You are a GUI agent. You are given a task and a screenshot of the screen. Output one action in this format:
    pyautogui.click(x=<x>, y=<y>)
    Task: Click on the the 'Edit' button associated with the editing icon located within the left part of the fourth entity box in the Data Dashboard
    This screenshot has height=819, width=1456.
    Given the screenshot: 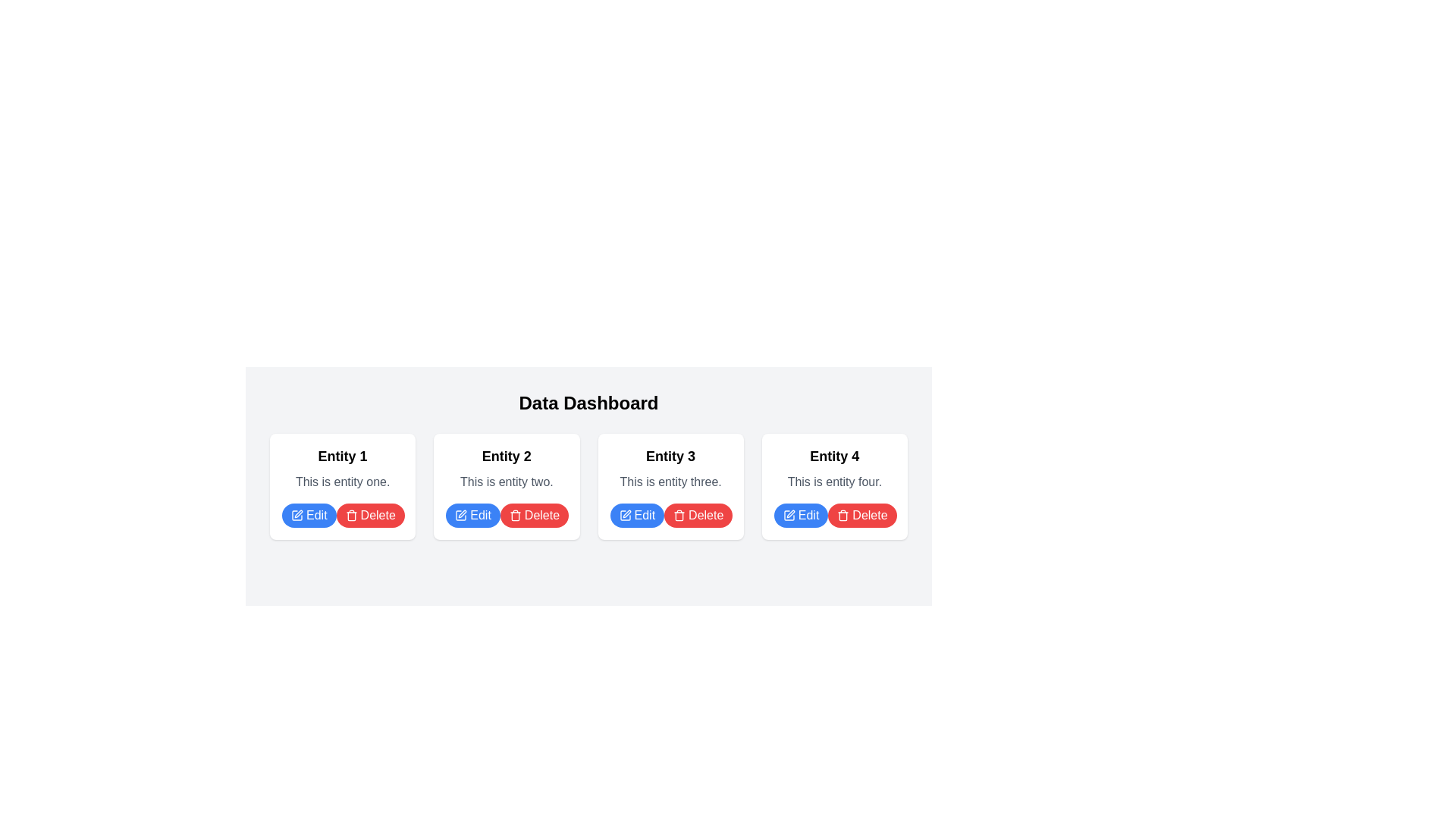 What is the action you would take?
    pyautogui.click(x=789, y=514)
    